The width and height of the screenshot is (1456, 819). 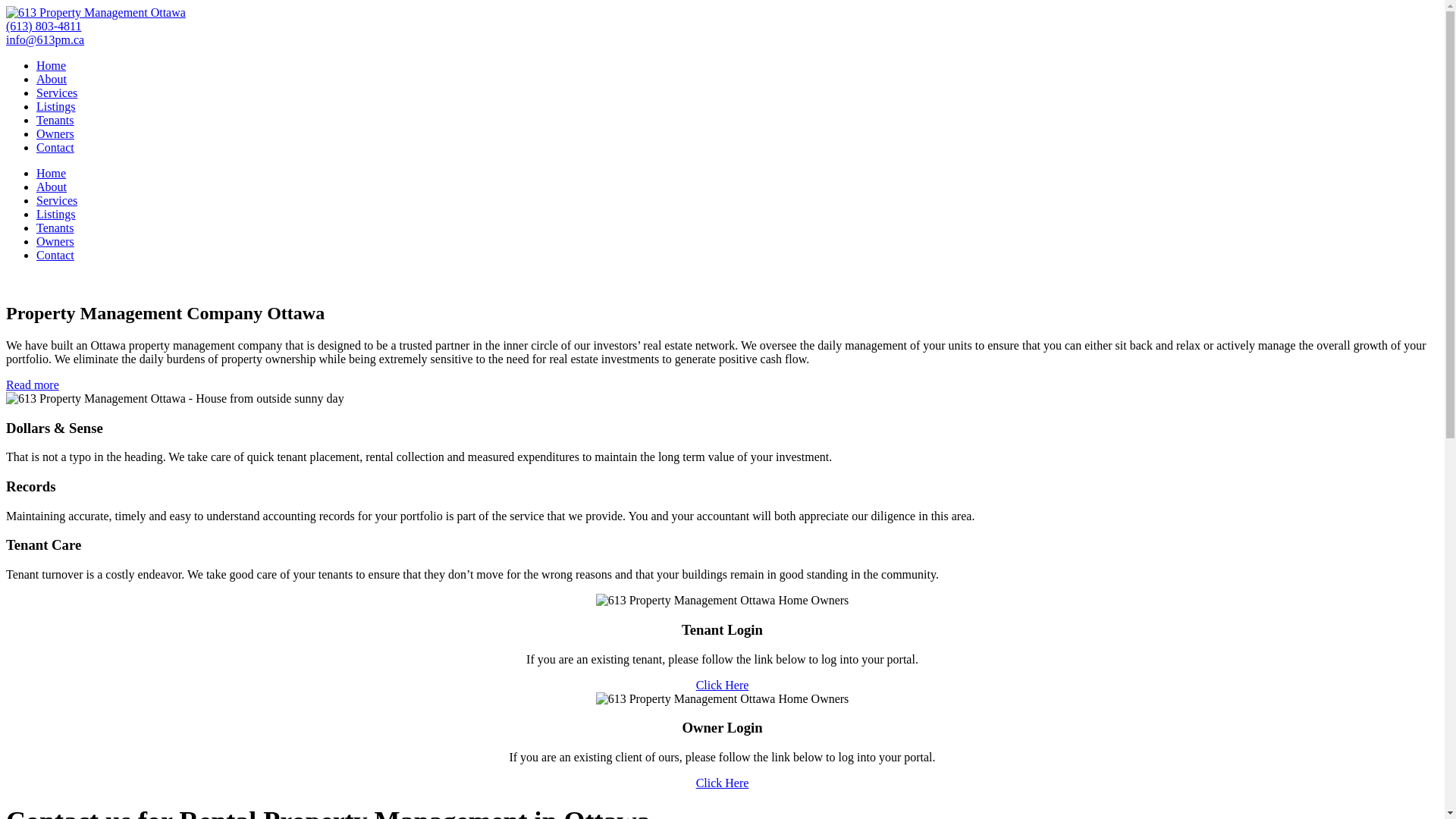 What do you see at coordinates (43, 26) in the screenshot?
I see `'(613) 803-4811'` at bounding box center [43, 26].